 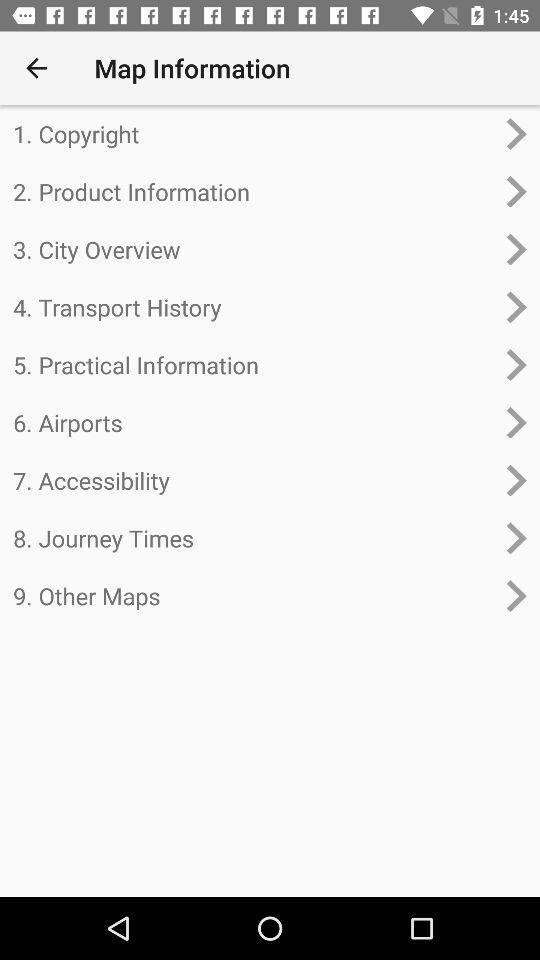 What do you see at coordinates (253, 596) in the screenshot?
I see `9. other maps` at bounding box center [253, 596].